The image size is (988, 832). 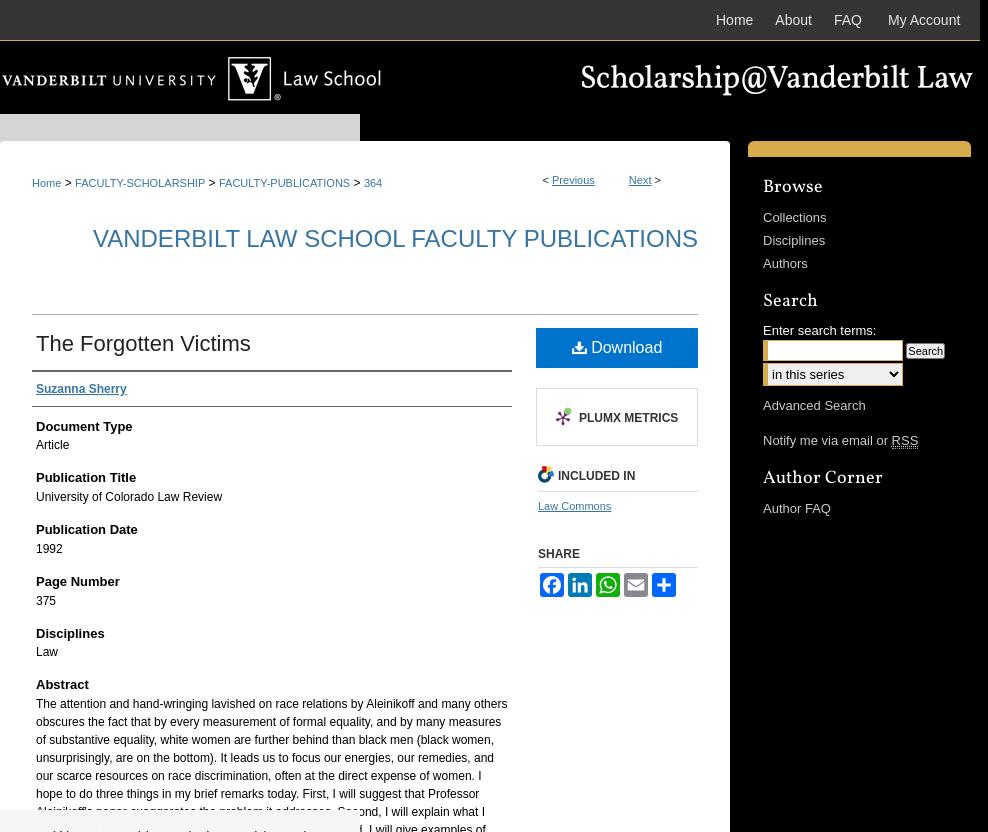 What do you see at coordinates (77, 579) in the screenshot?
I see `'Page Number'` at bounding box center [77, 579].